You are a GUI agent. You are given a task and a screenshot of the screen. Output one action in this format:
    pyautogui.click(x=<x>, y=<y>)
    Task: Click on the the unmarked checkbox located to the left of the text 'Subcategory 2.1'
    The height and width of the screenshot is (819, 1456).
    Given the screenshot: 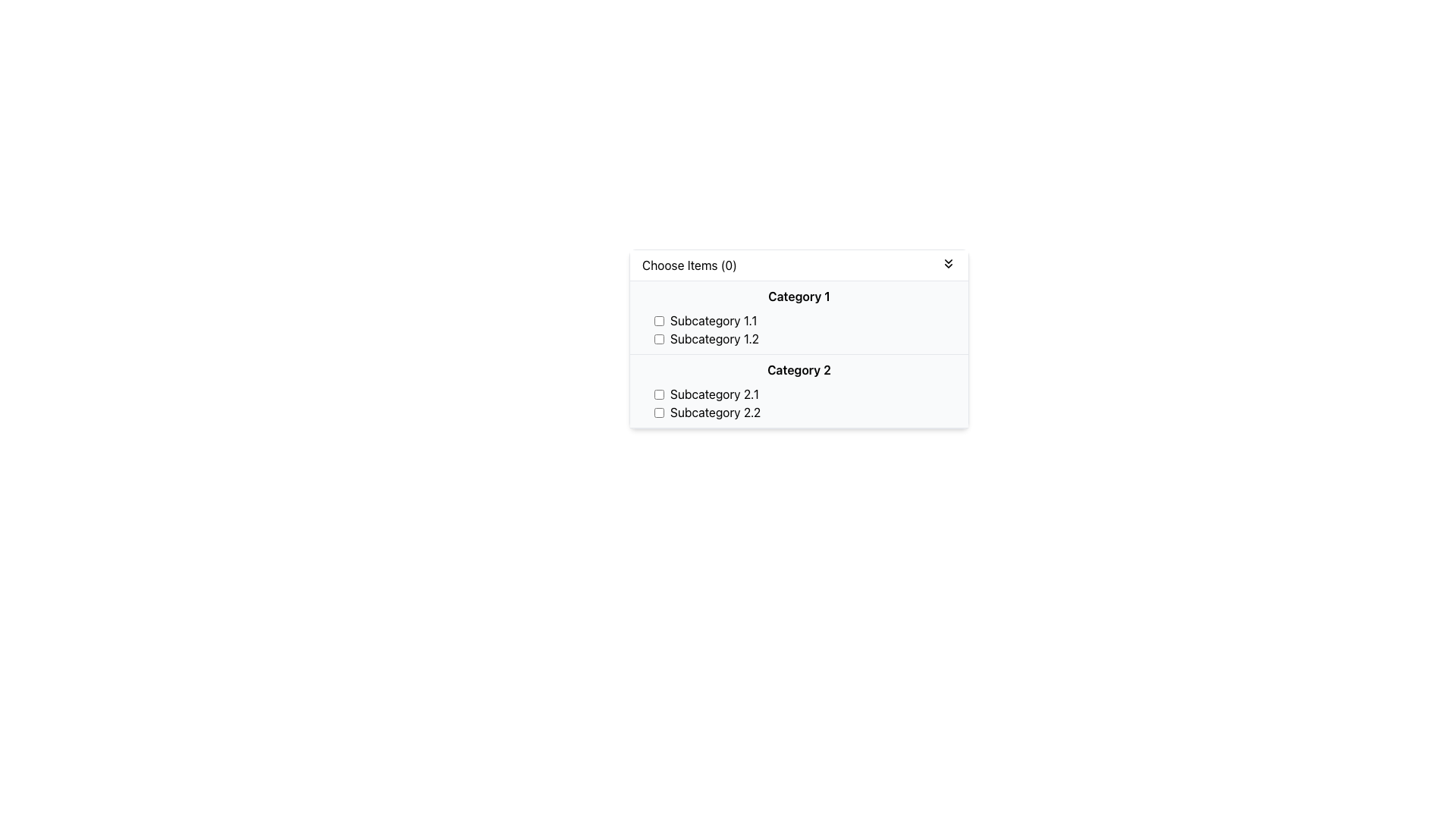 What is the action you would take?
    pyautogui.click(x=659, y=394)
    